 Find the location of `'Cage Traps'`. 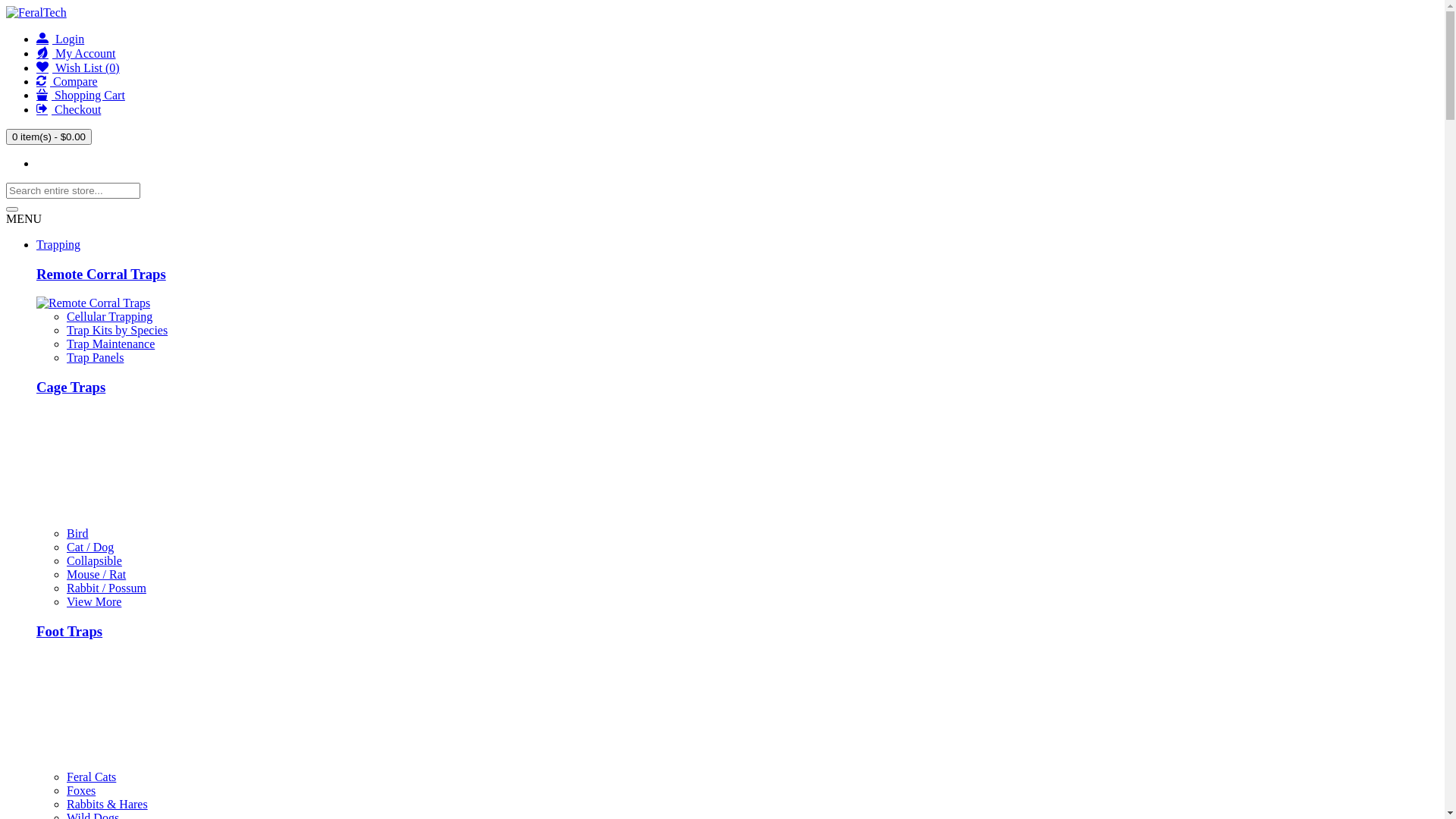

'Cage Traps' is located at coordinates (36, 386).